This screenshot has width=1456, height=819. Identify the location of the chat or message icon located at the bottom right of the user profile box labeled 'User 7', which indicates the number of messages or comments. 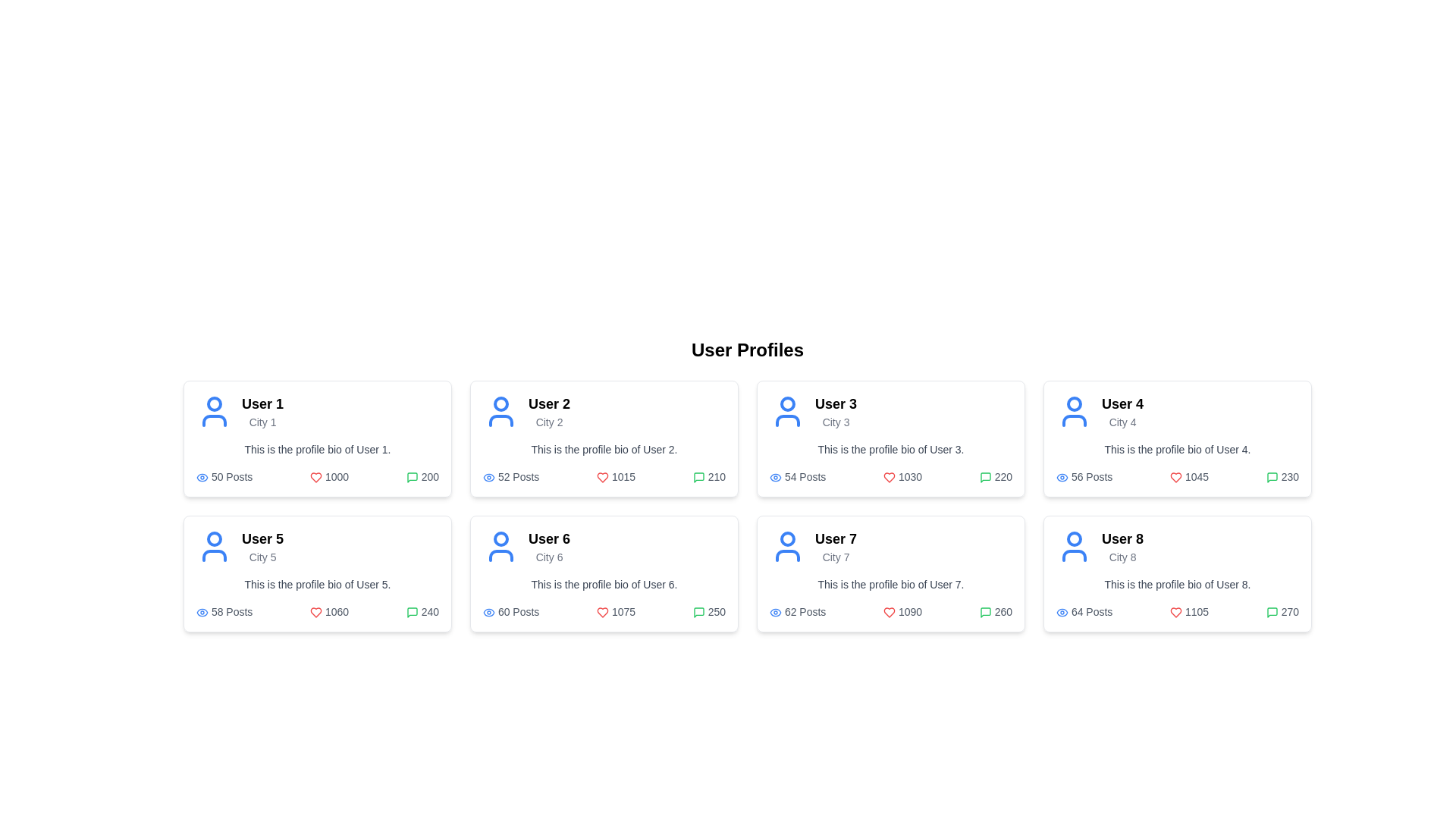
(985, 612).